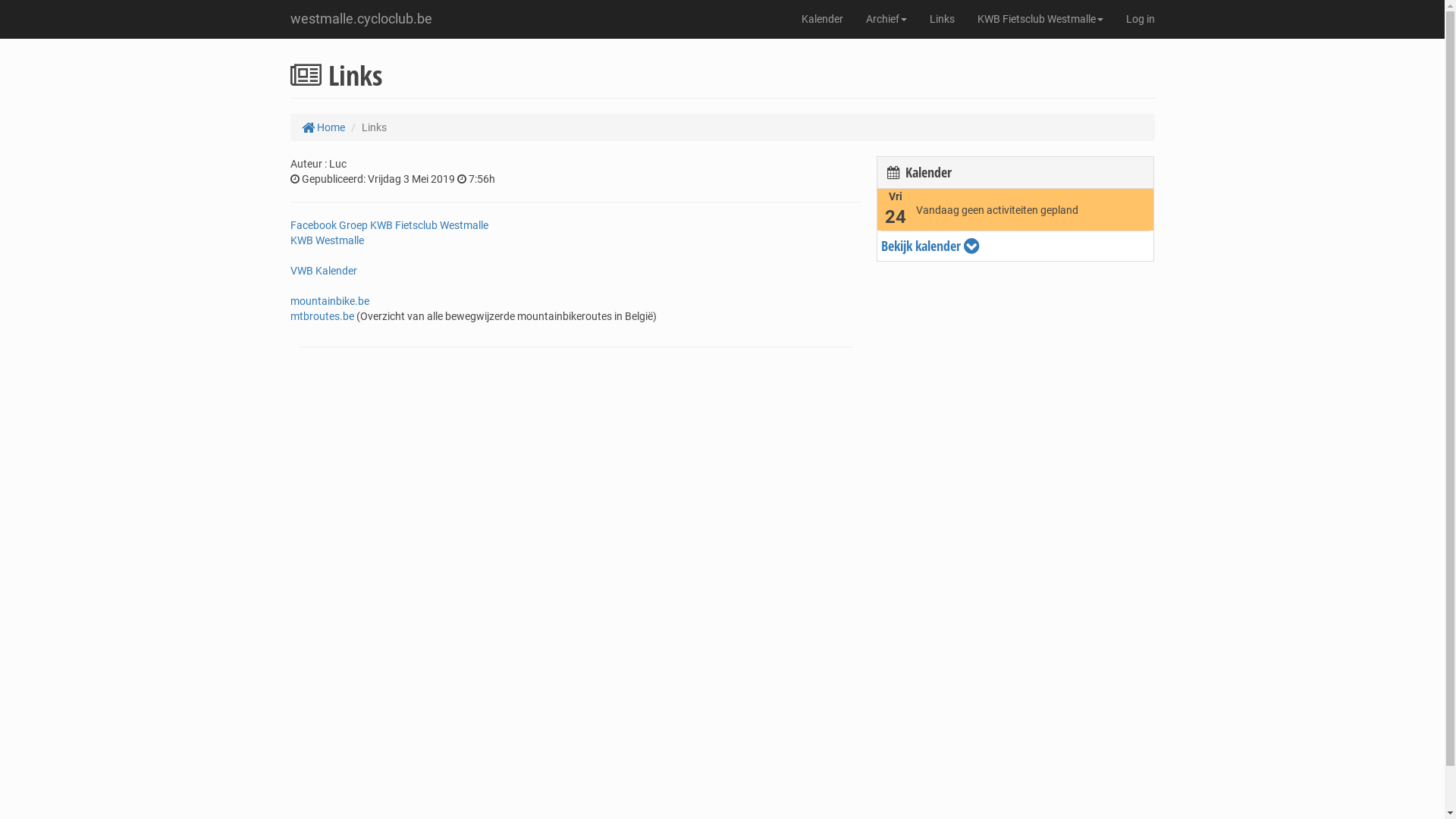 Image resolution: width=1456 pixels, height=819 pixels. Describe the element at coordinates (322, 127) in the screenshot. I see `'Home'` at that location.